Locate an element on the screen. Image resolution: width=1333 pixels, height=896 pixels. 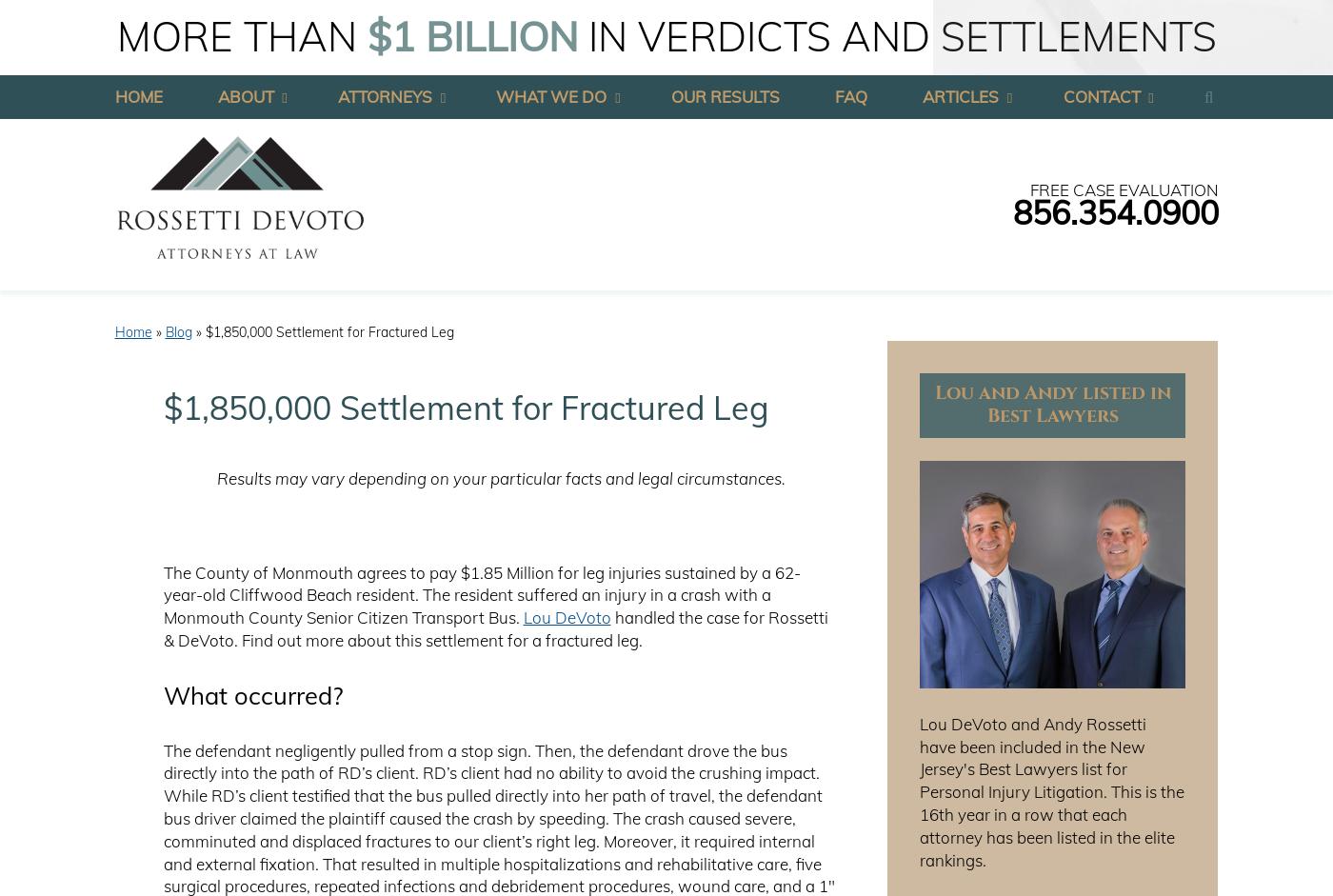
'Blog' is located at coordinates (178, 330).